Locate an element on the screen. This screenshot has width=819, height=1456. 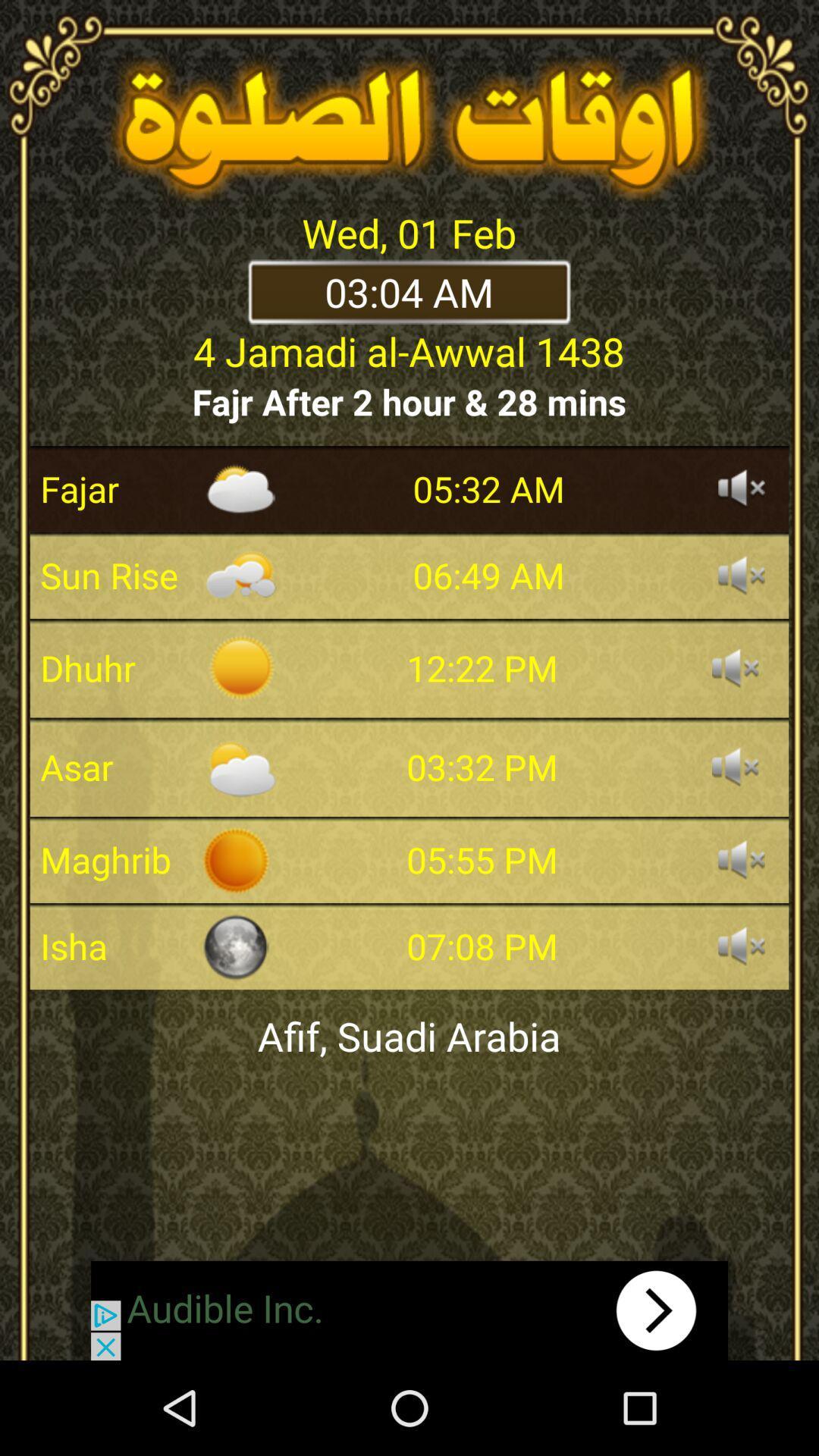
the volume icon is located at coordinates (741, 946).